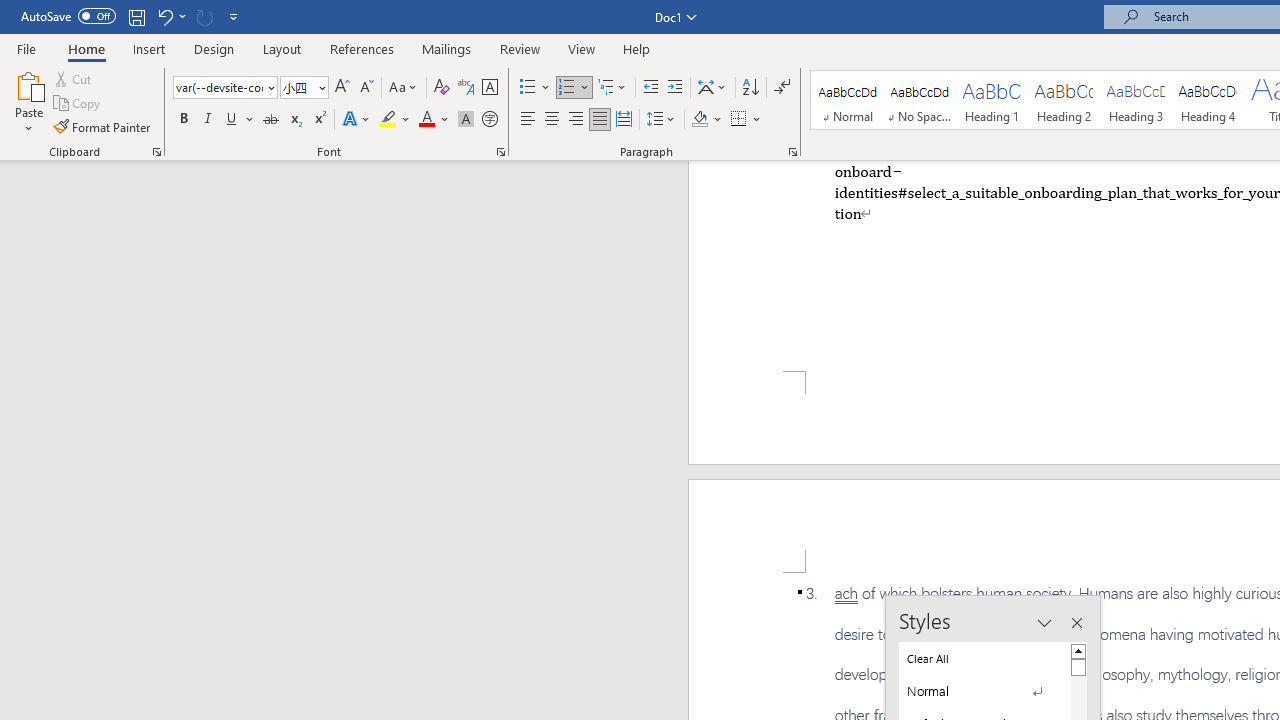 The height and width of the screenshot is (720, 1280). I want to click on 'Can', so click(204, 16).